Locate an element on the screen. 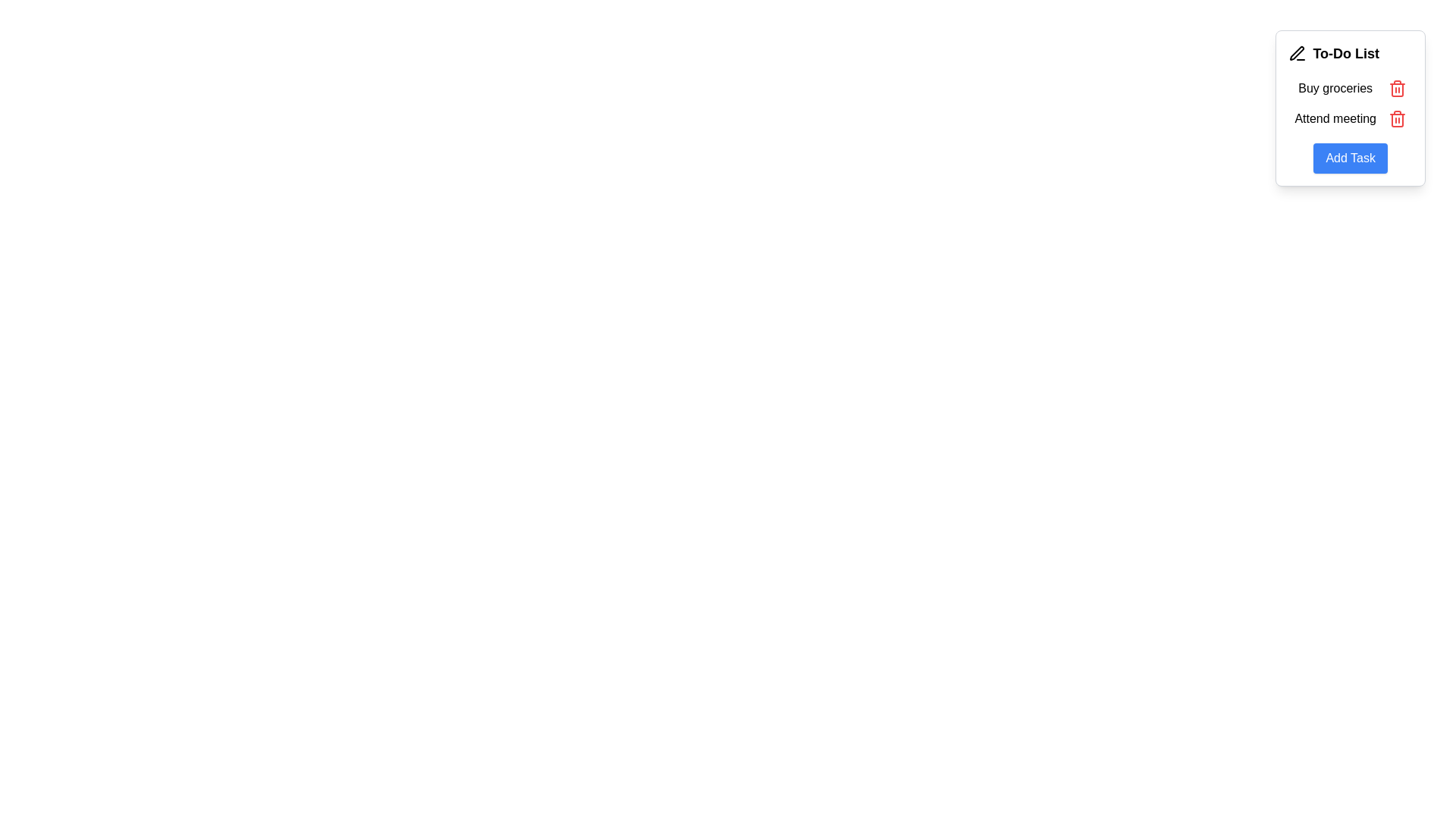 The image size is (1456, 819). the delete button located to the right of the 'Attend meeting' text in the second row of the to-do list to change its background color is located at coordinates (1397, 118).